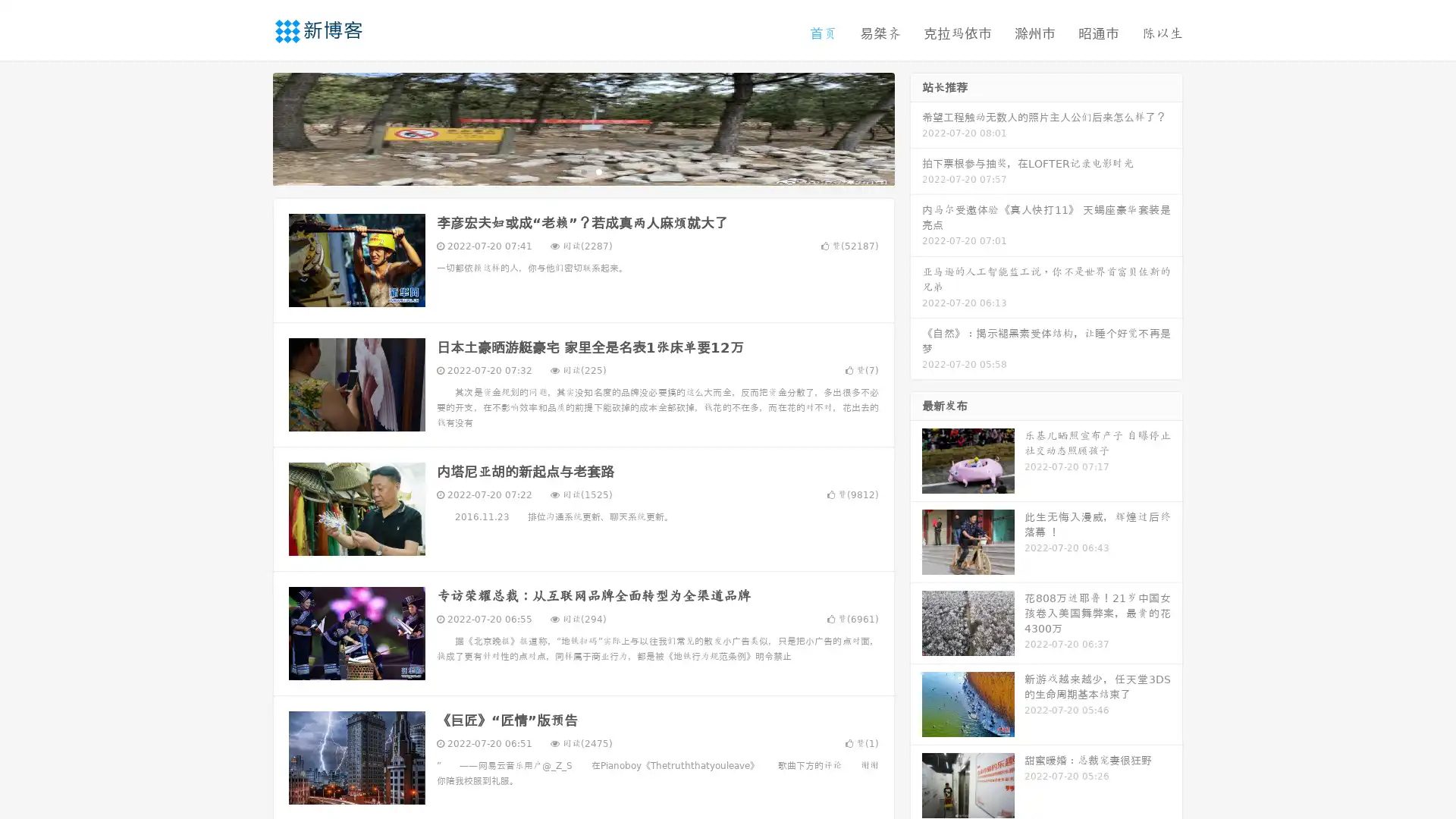  What do you see at coordinates (598, 171) in the screenshot?
I see `Go to slide 3` at bounding box center [598, 171].